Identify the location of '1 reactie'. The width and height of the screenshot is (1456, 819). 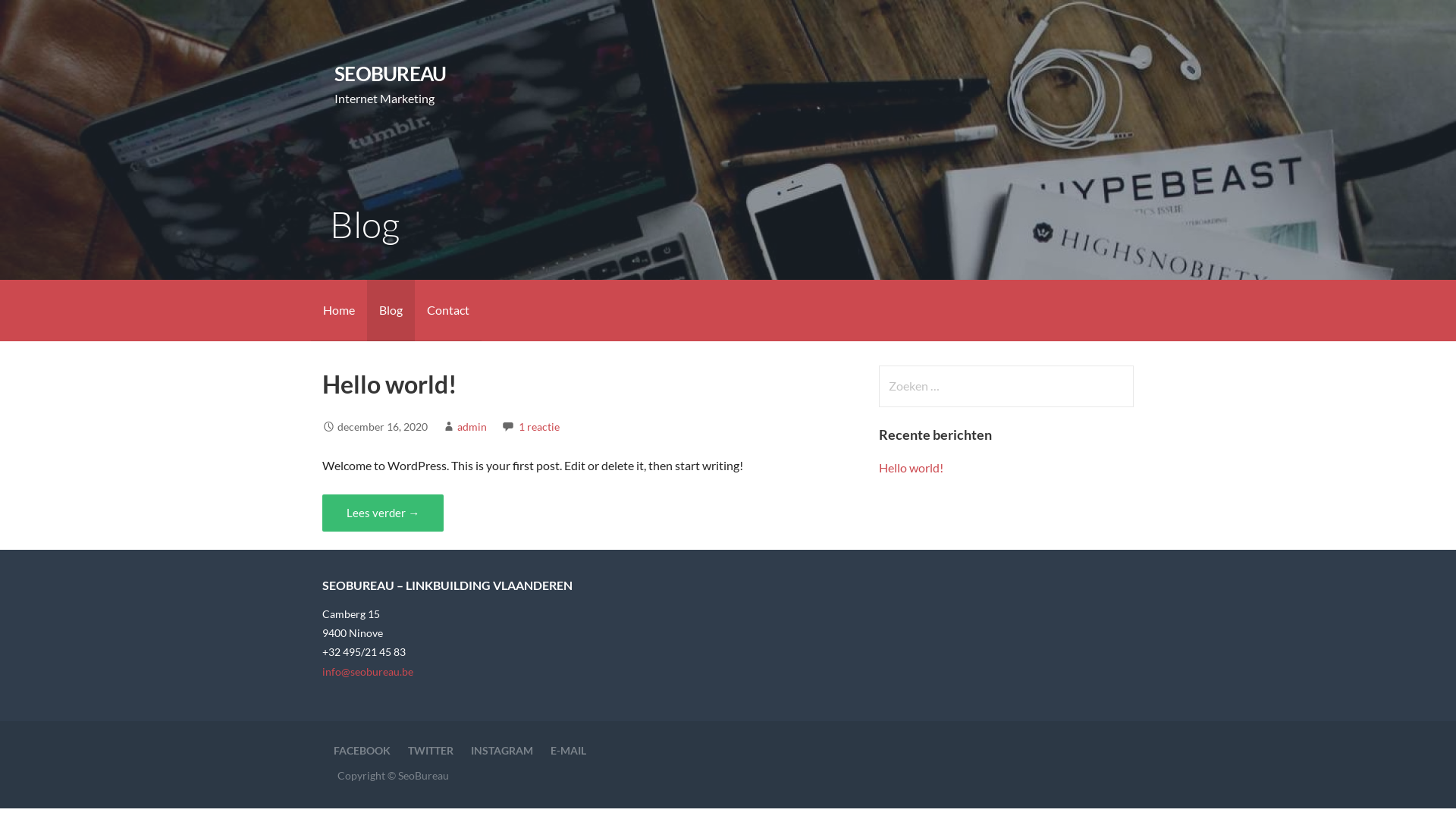
(519, 426).